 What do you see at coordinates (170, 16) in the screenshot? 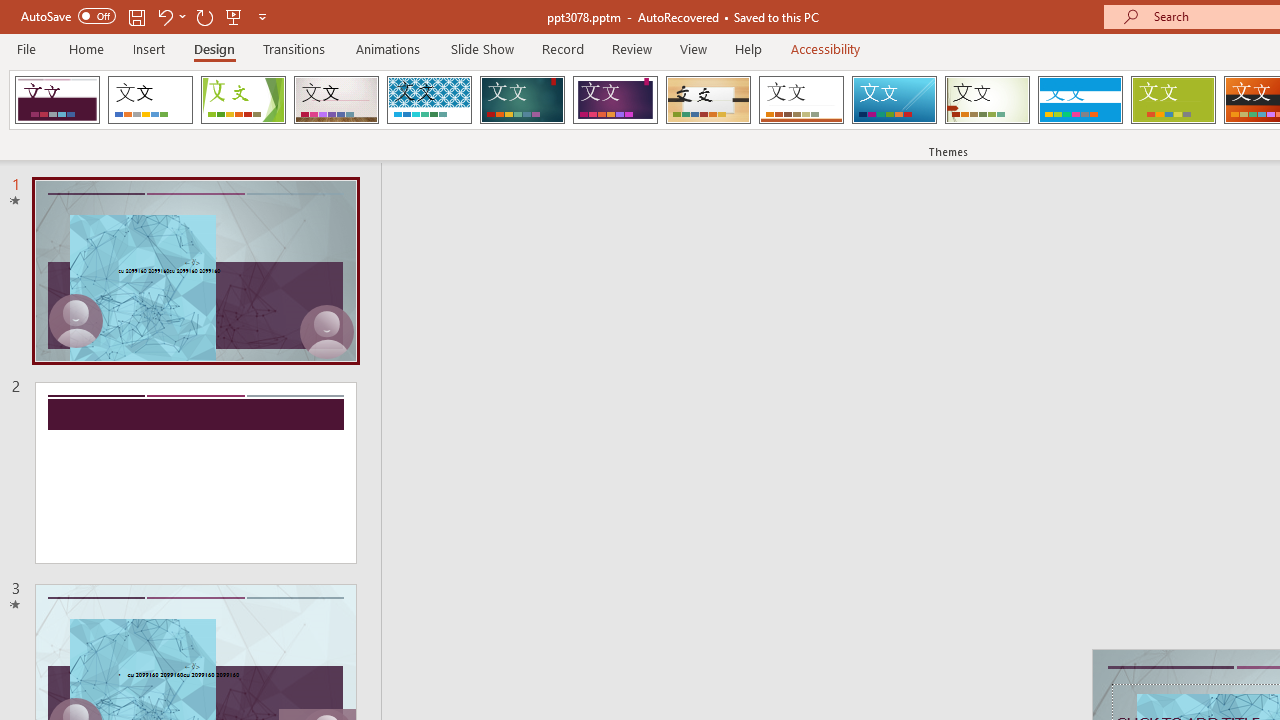
I see `'Undo'` at bounding box center [170, 16].